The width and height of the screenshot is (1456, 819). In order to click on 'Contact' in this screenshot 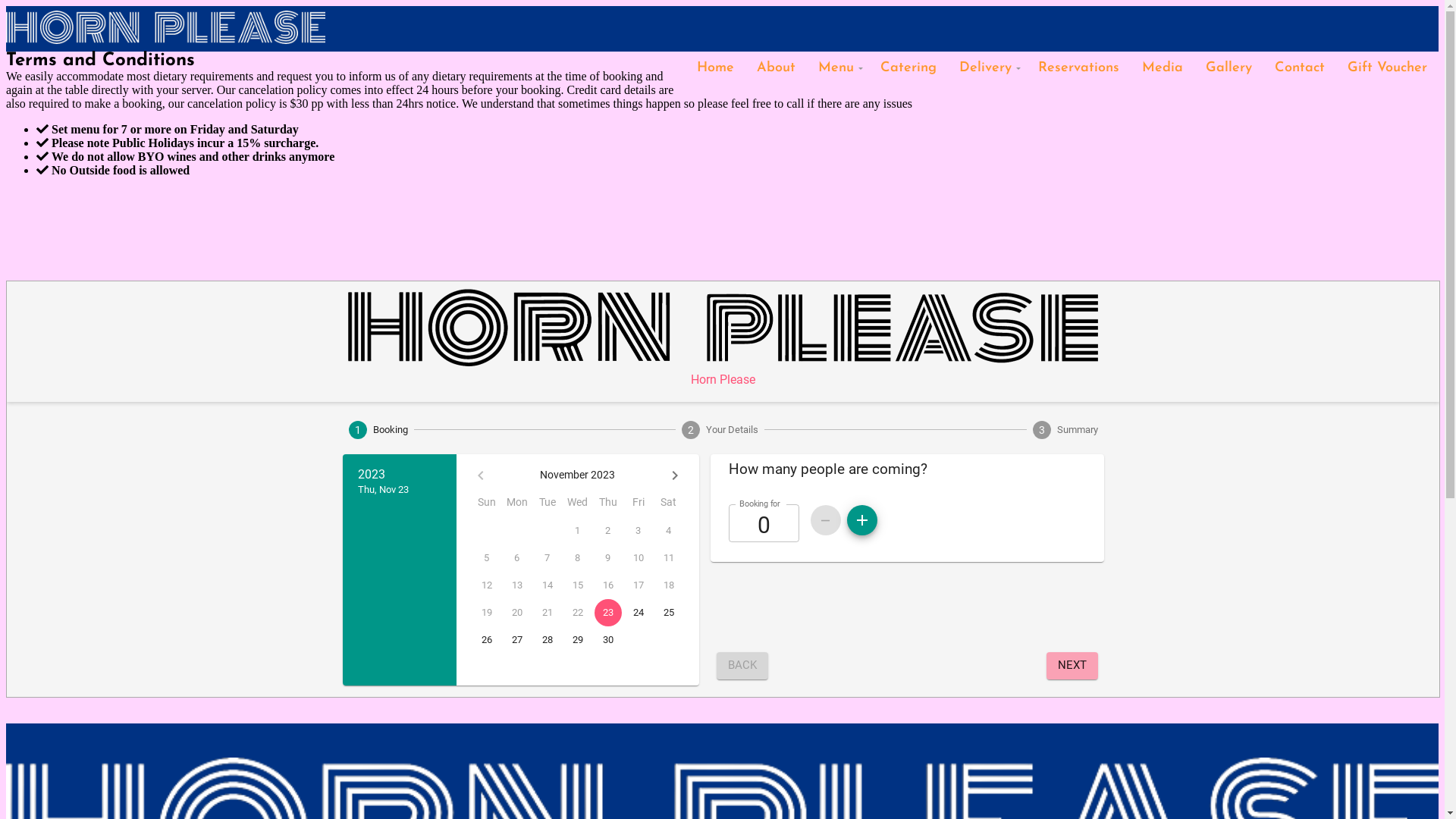, I will do `click(1263, 67)`.